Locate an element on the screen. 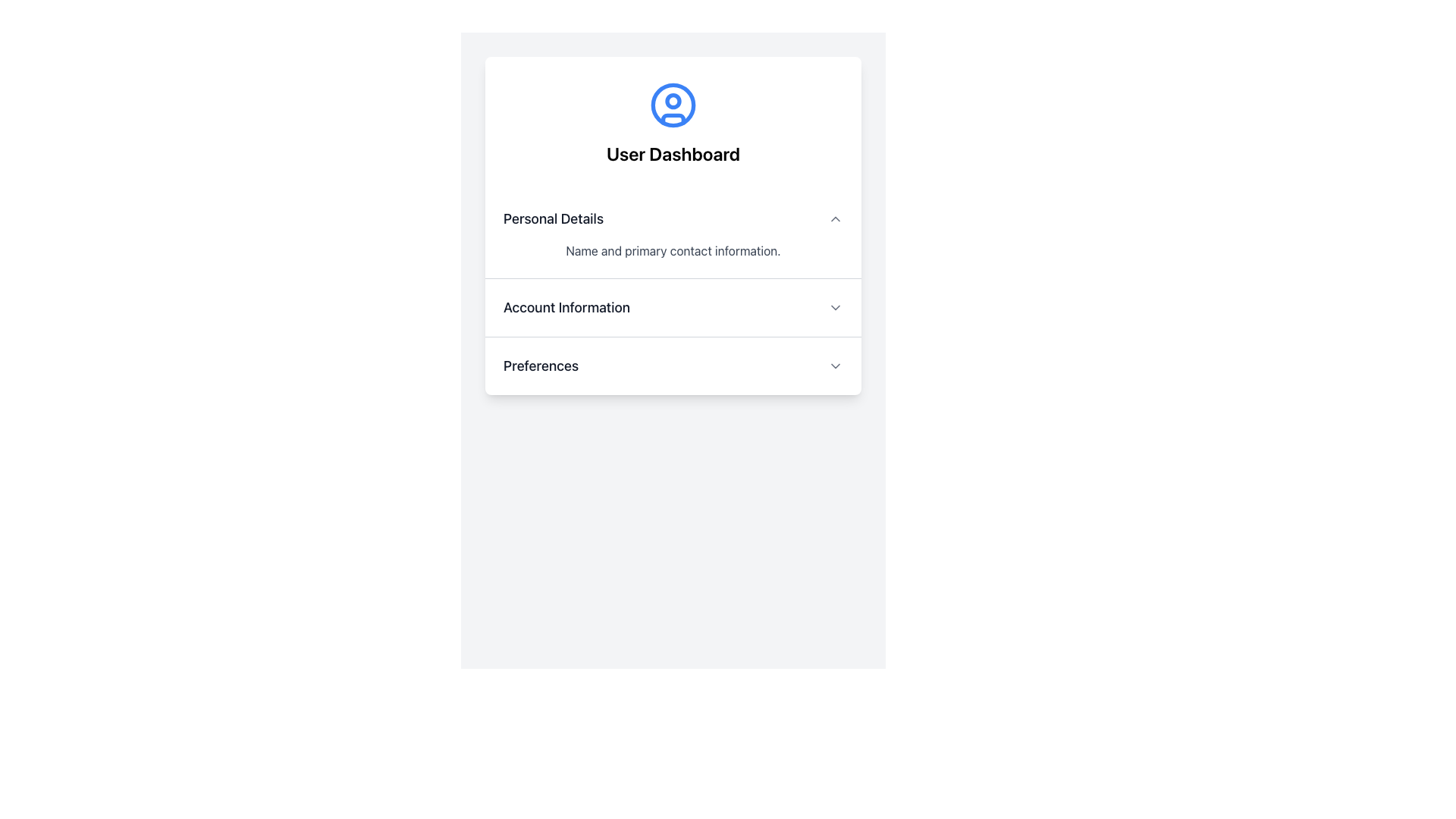  the decorative SVG Circle that enhances the user avatar, located at the top center of the application card is located at coordinates (673, 100).